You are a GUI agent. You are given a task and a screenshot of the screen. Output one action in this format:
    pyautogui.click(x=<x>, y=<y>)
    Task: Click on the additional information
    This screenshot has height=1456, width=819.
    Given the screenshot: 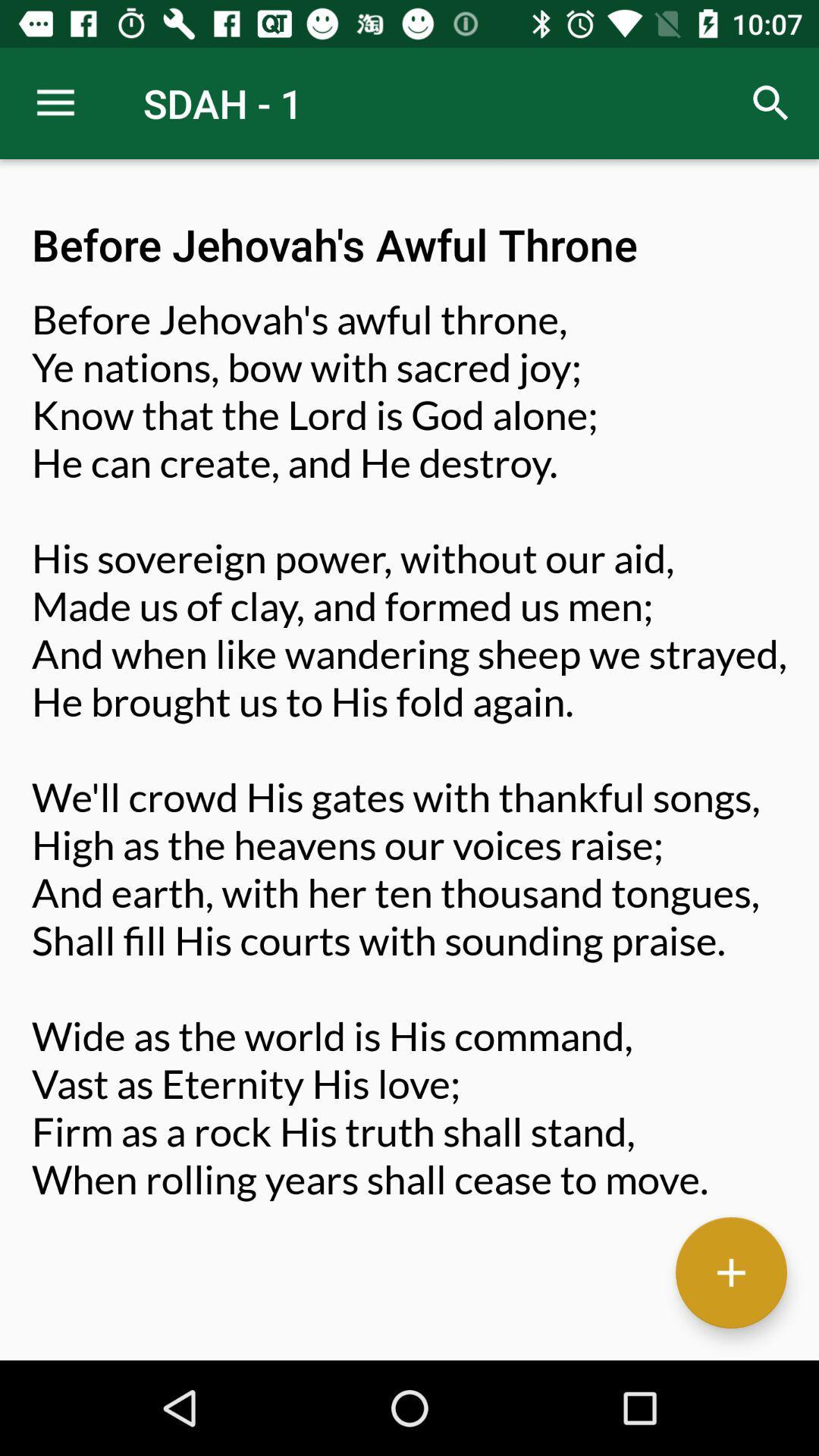 What is the action you would take?
    pyautogui.click(x=730, y=1272)
    